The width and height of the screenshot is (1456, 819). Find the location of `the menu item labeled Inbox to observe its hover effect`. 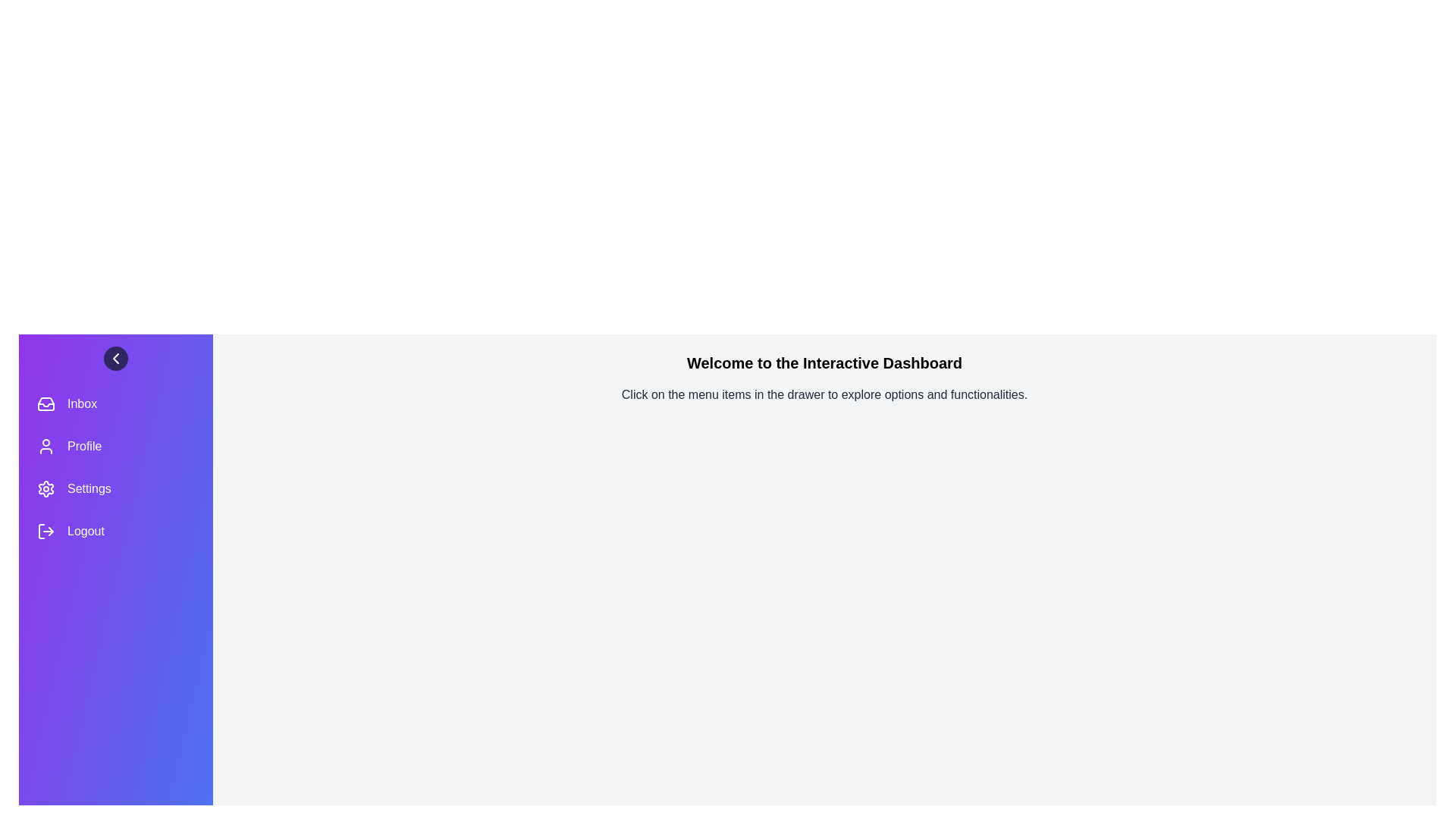

the menu item labeled Inbox to observe its hover effect is located at coordinates (115, 403).